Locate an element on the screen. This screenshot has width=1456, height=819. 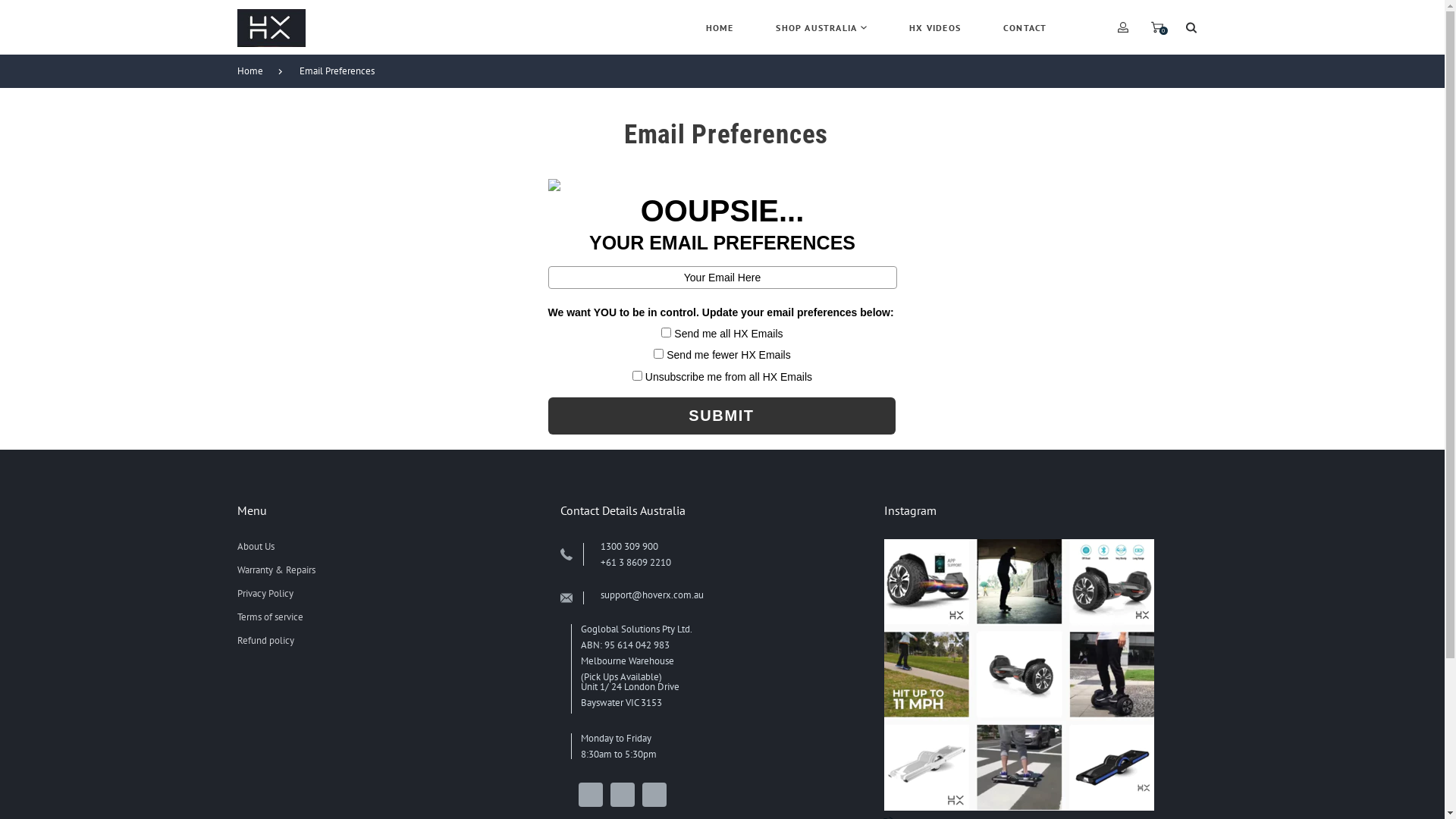
'Email Preferences' is located at coordinates (343, 71).